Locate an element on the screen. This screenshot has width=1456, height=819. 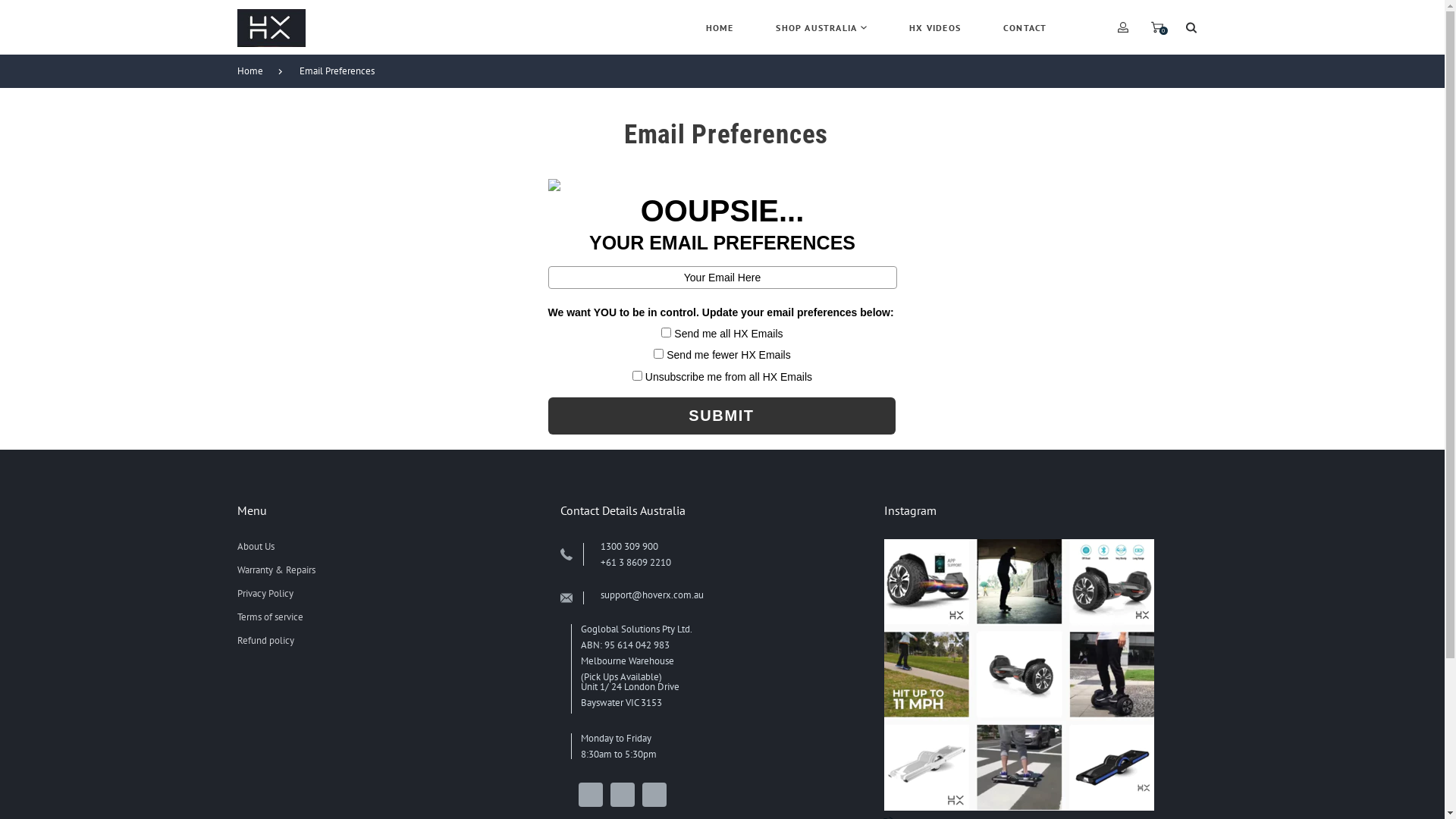
'Email Preferences' is located at coordinates (343, 71).